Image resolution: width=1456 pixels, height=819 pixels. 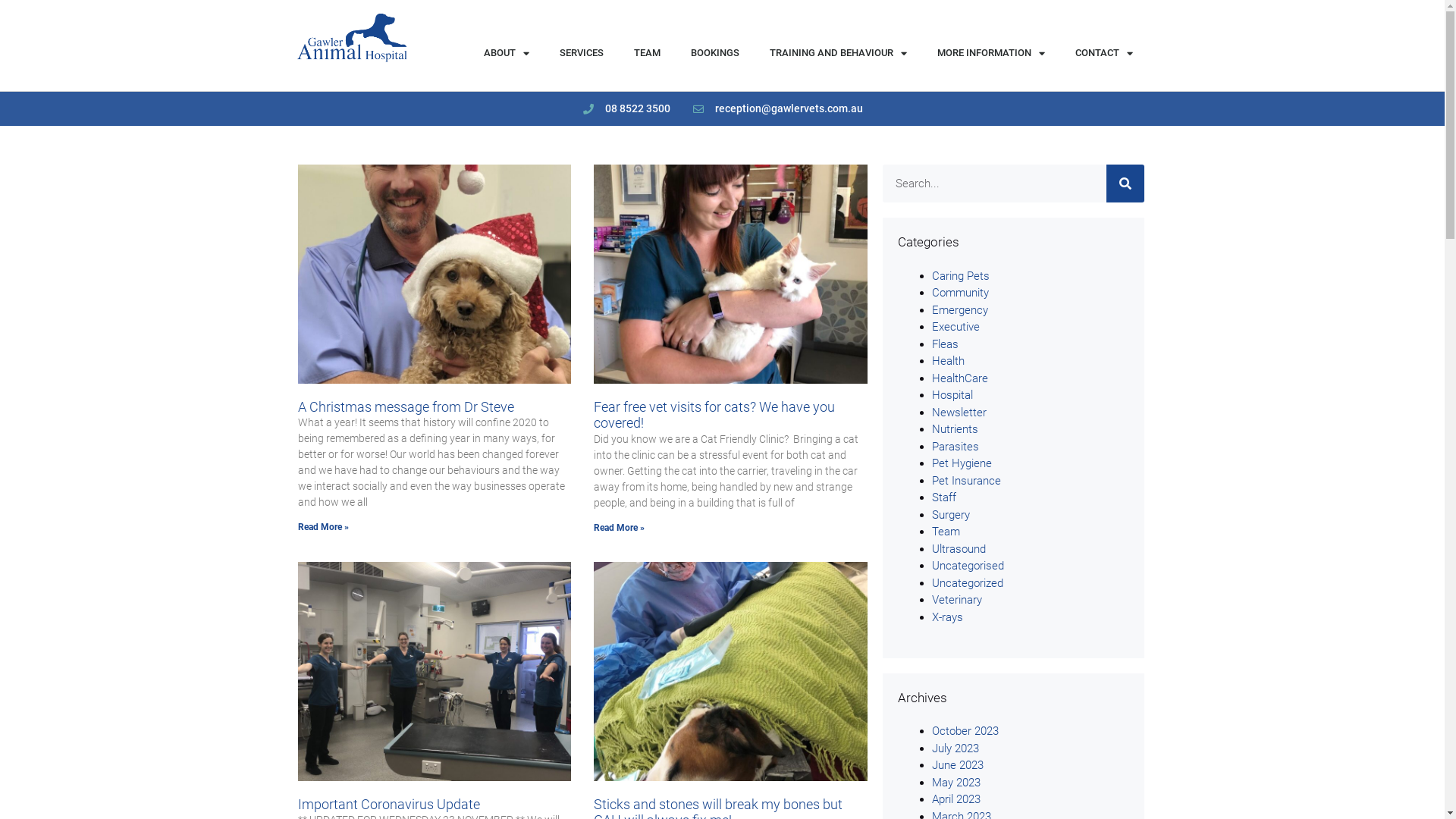 I want to click on 'Emergency', so click(x=959, y=309).